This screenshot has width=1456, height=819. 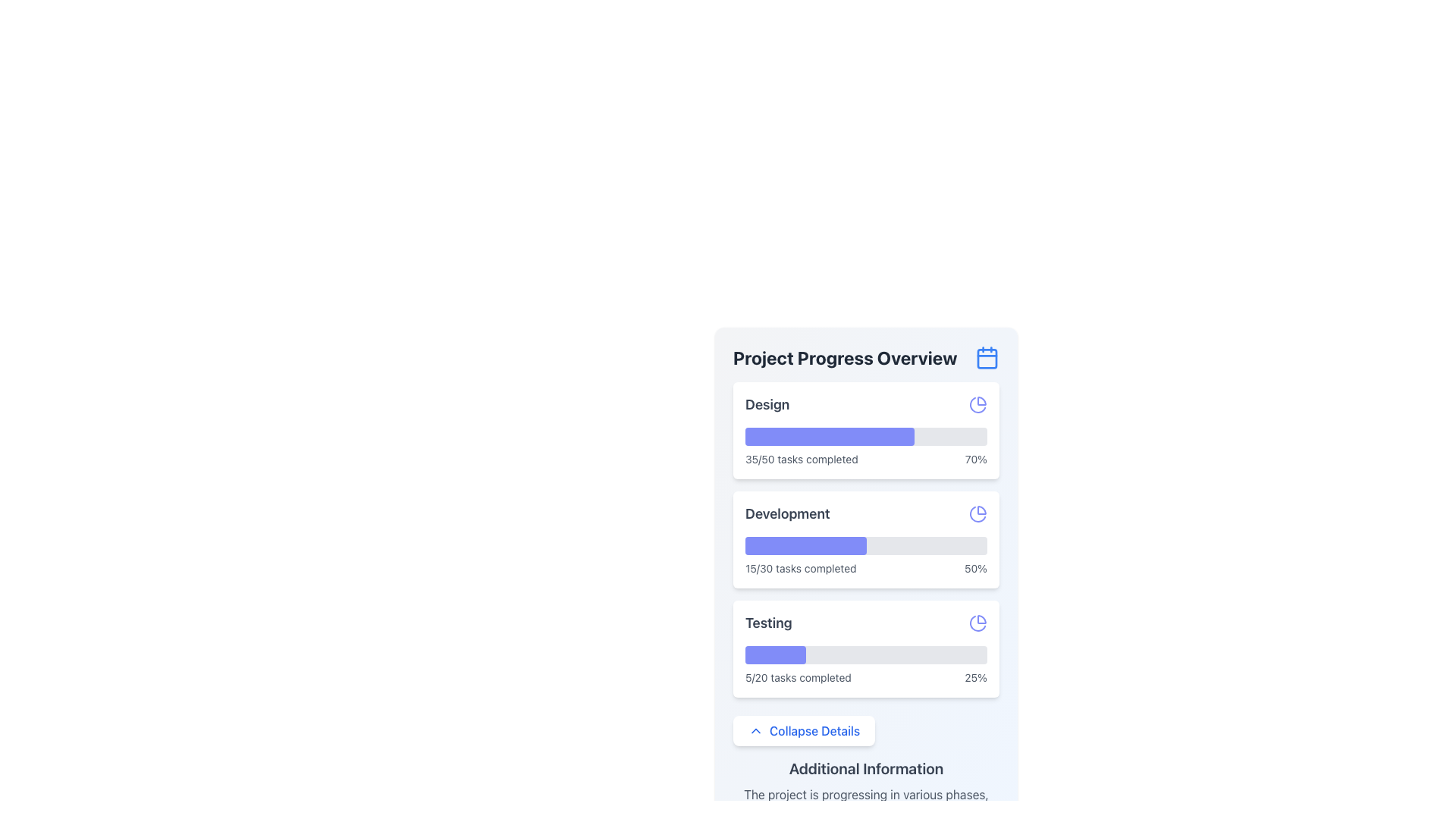 I want to click on the progress bar of the Progress indicator module titled 'Design', which shows a blue indication of 70% completion and the text '35/50 tasks completed', so click(x=866, y=430).